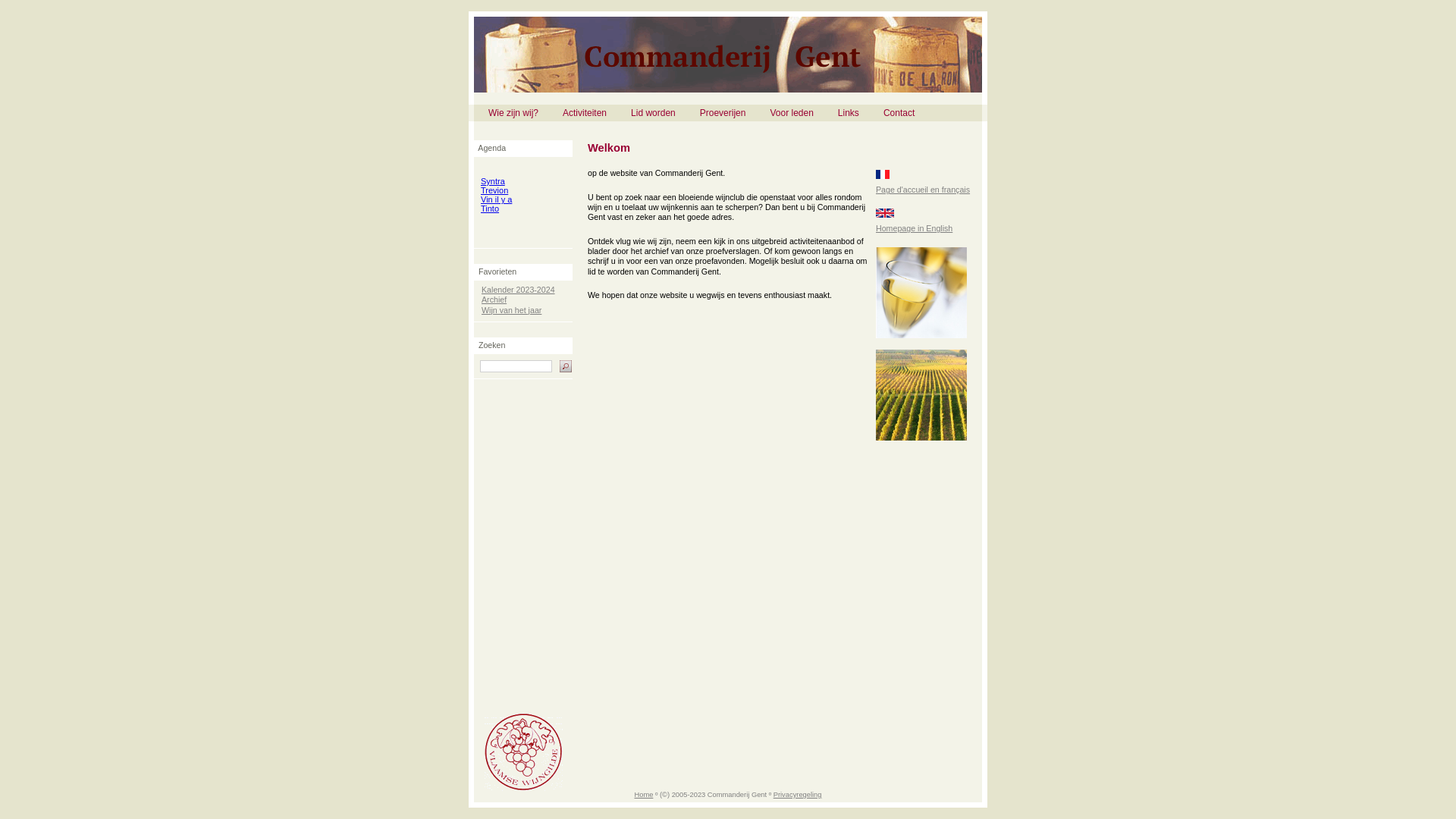 The height and width of the screenshot is (819, 1456). I want to click on 'Wijn van het jaar', so click(511, 309).